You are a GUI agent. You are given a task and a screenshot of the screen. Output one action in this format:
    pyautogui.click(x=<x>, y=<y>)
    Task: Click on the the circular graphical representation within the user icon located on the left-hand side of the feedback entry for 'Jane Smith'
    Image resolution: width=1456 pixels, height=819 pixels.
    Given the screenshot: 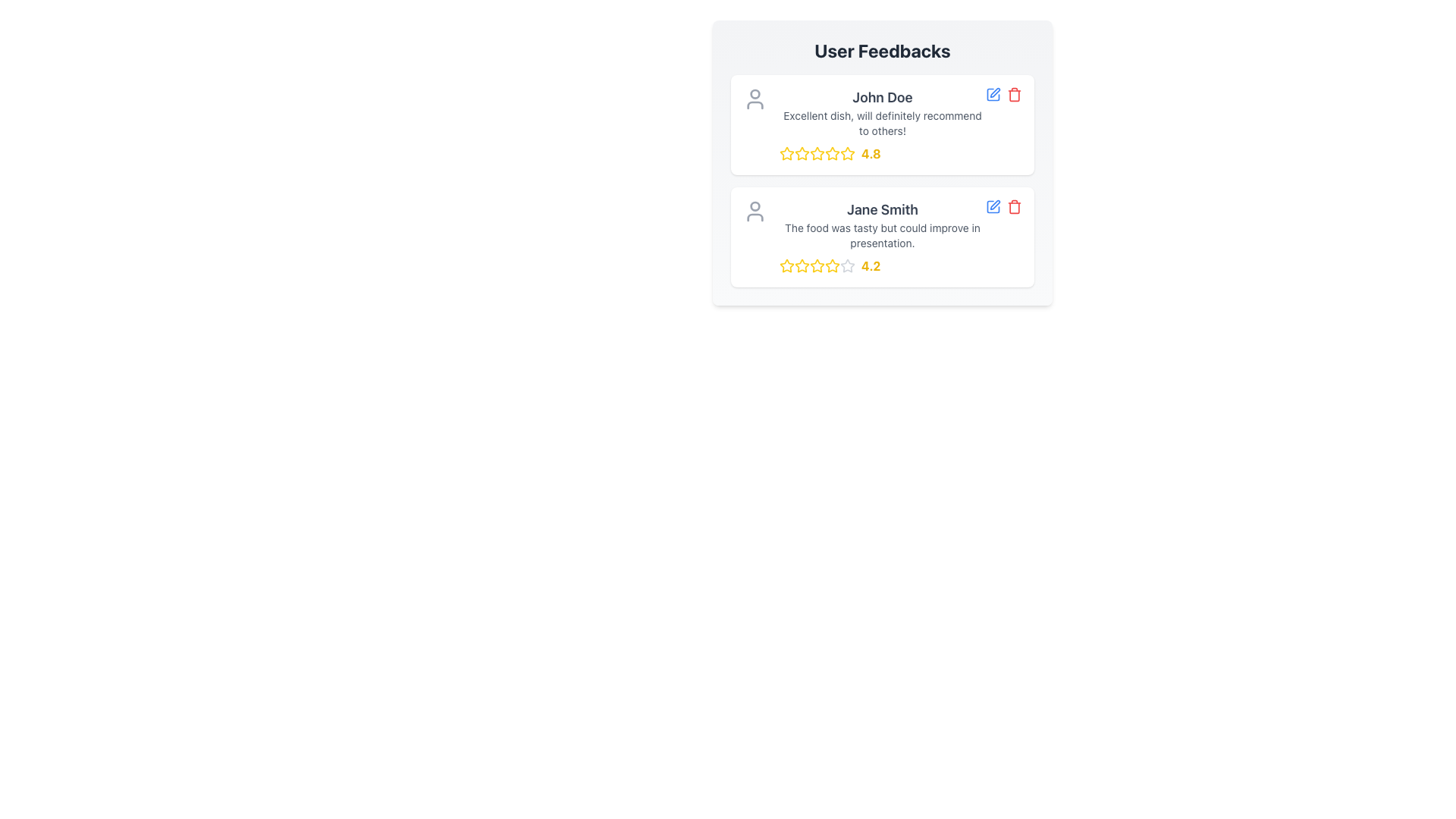 What is the action you would take?
    pyautogui.click(x=755, y=206)
    